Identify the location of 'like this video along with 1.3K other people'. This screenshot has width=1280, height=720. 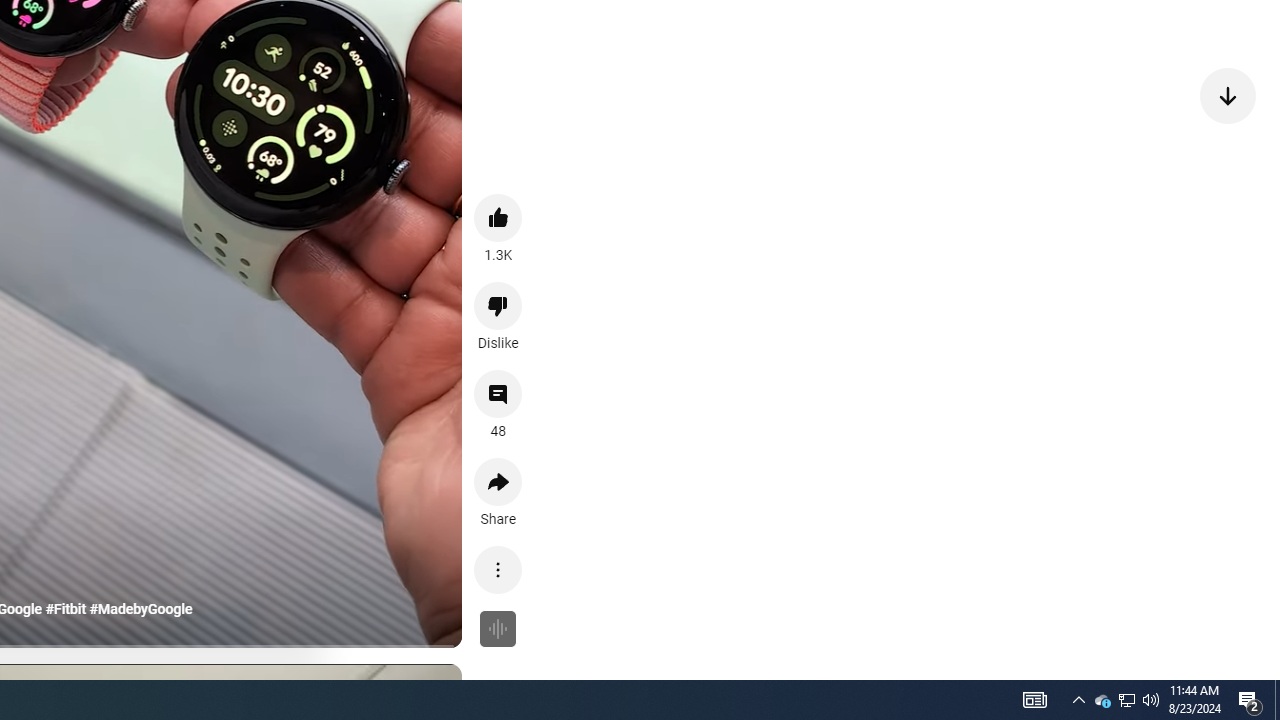
(498, 217).